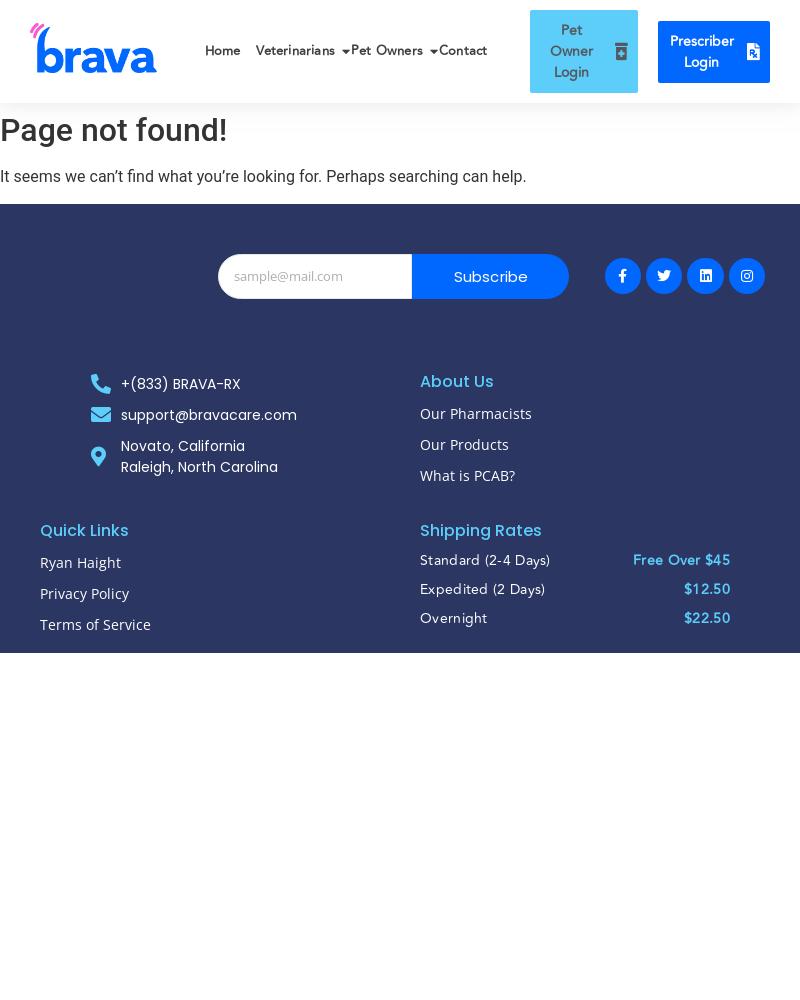 This screenshot has height=1000, width=800. What do you see at coordinates (84, 529) in the screenshot?
I see `'Quick Links'` at bounding box center [84, 529].